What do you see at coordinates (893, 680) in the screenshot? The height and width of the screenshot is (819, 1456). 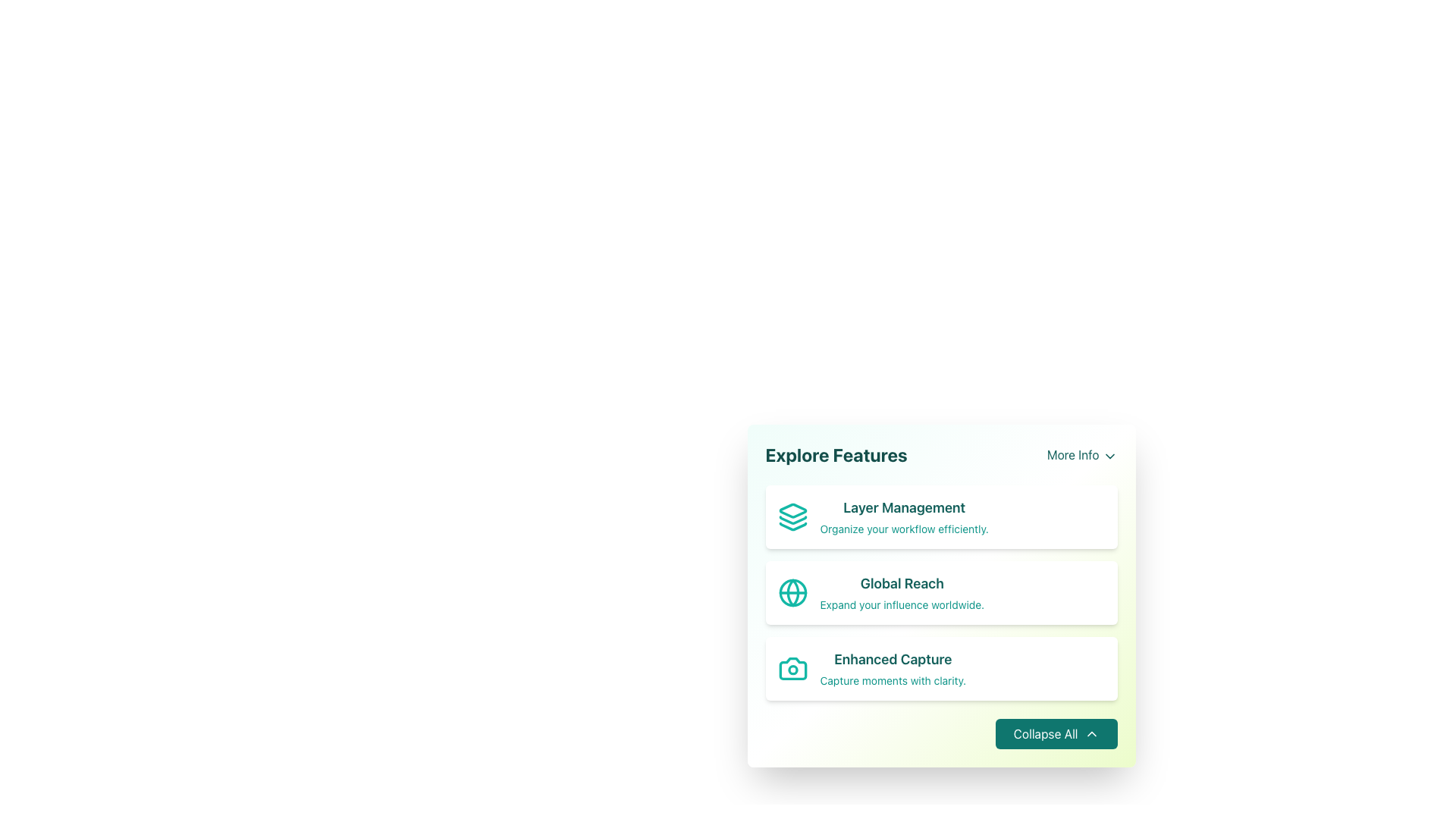 I see `the text label displaying 'Capture moments with clarity.' which is positioned below the 'Enhanced Capture' heading in the card-like structure` at bounding box center [893, 680].